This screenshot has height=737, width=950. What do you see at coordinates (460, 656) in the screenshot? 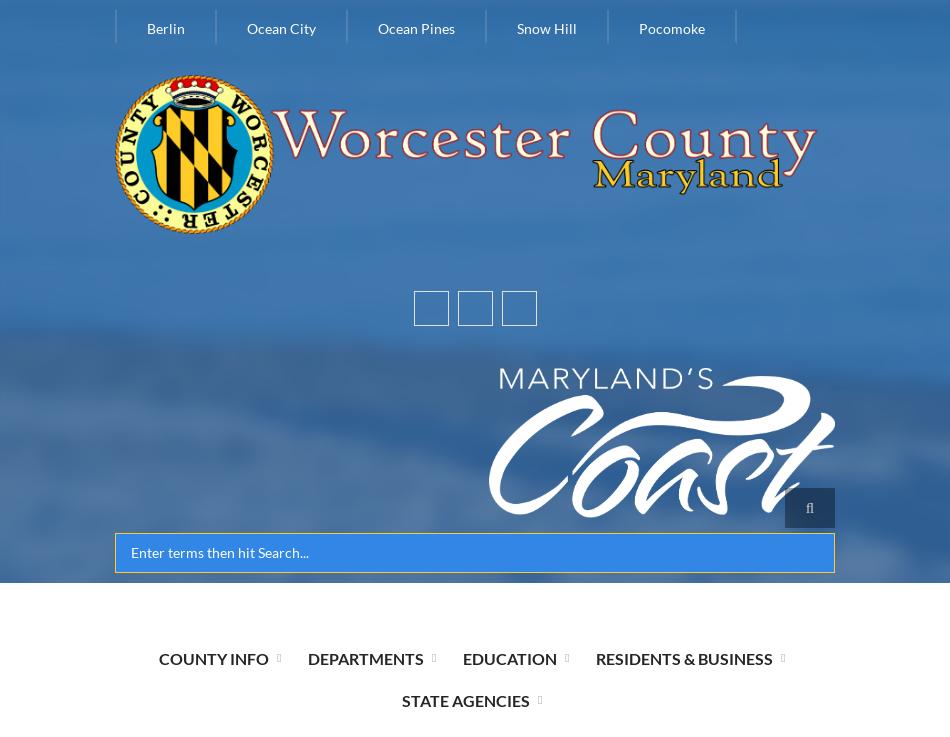
I see `'Education'` at bounding box center [460, 656].